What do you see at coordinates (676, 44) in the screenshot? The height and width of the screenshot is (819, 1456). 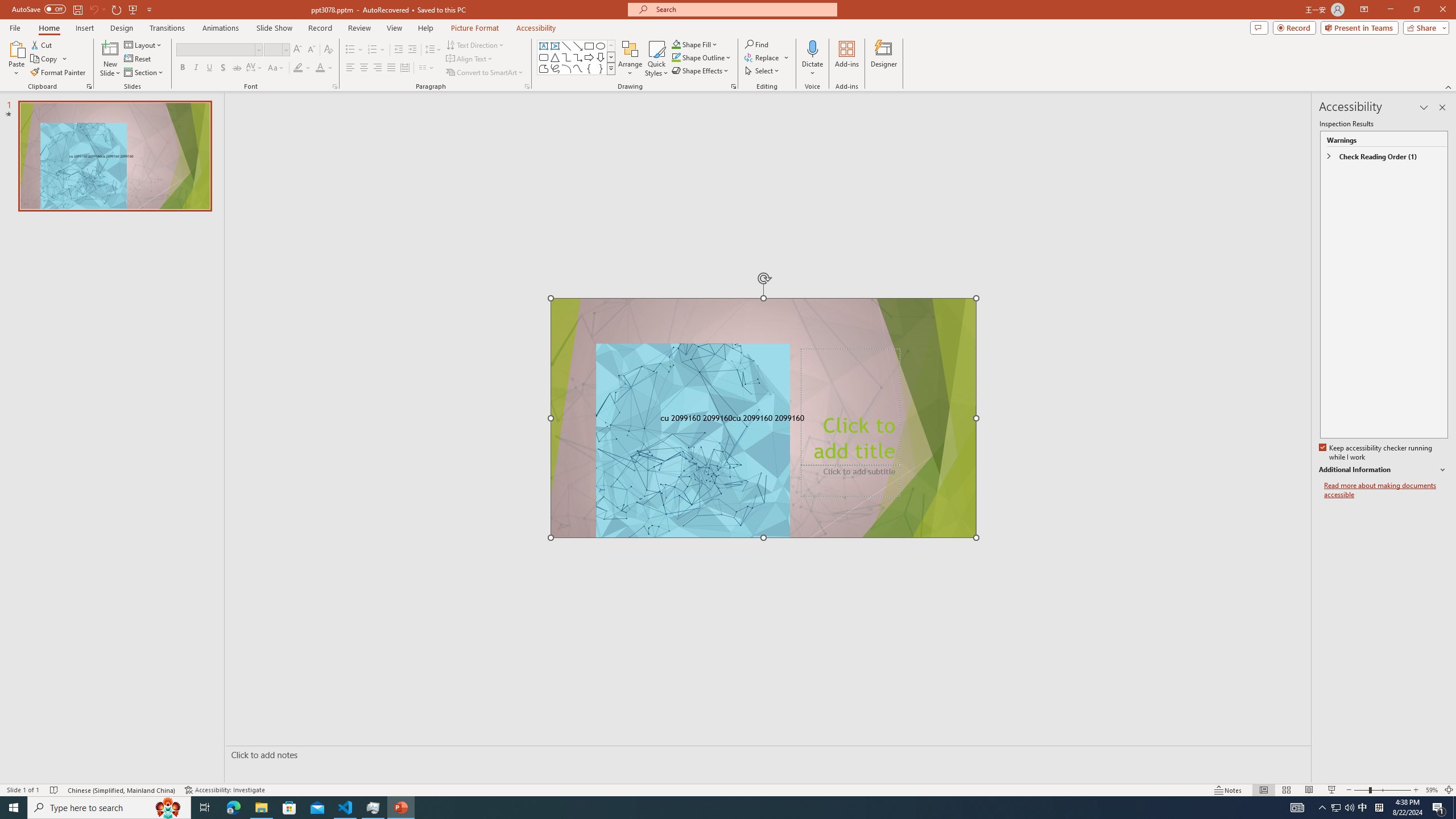 I see `'Shape Fill Dark Green, Accent 2'` at bounding box center [676, 44].